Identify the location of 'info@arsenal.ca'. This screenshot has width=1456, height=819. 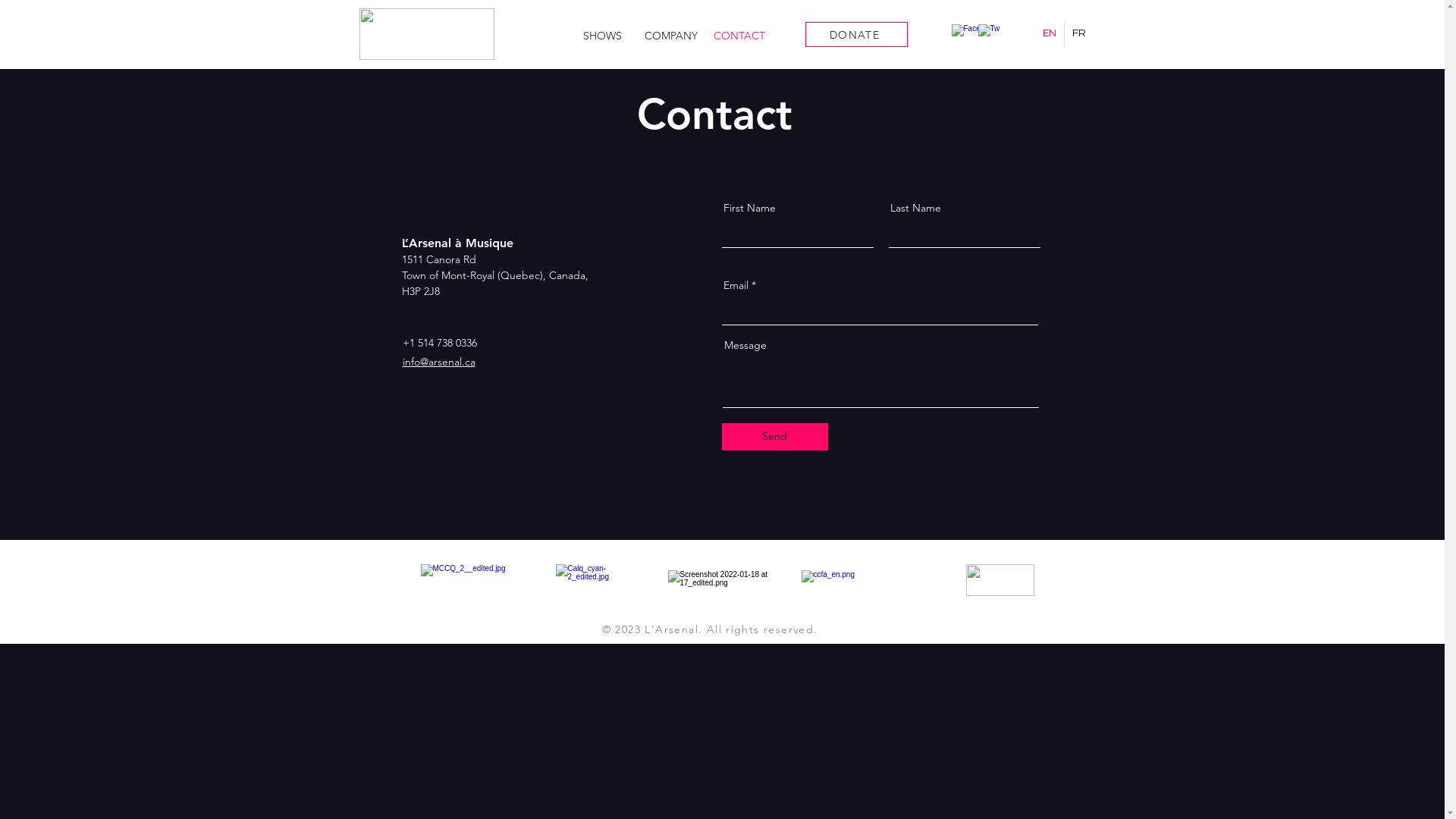
(437, 362).